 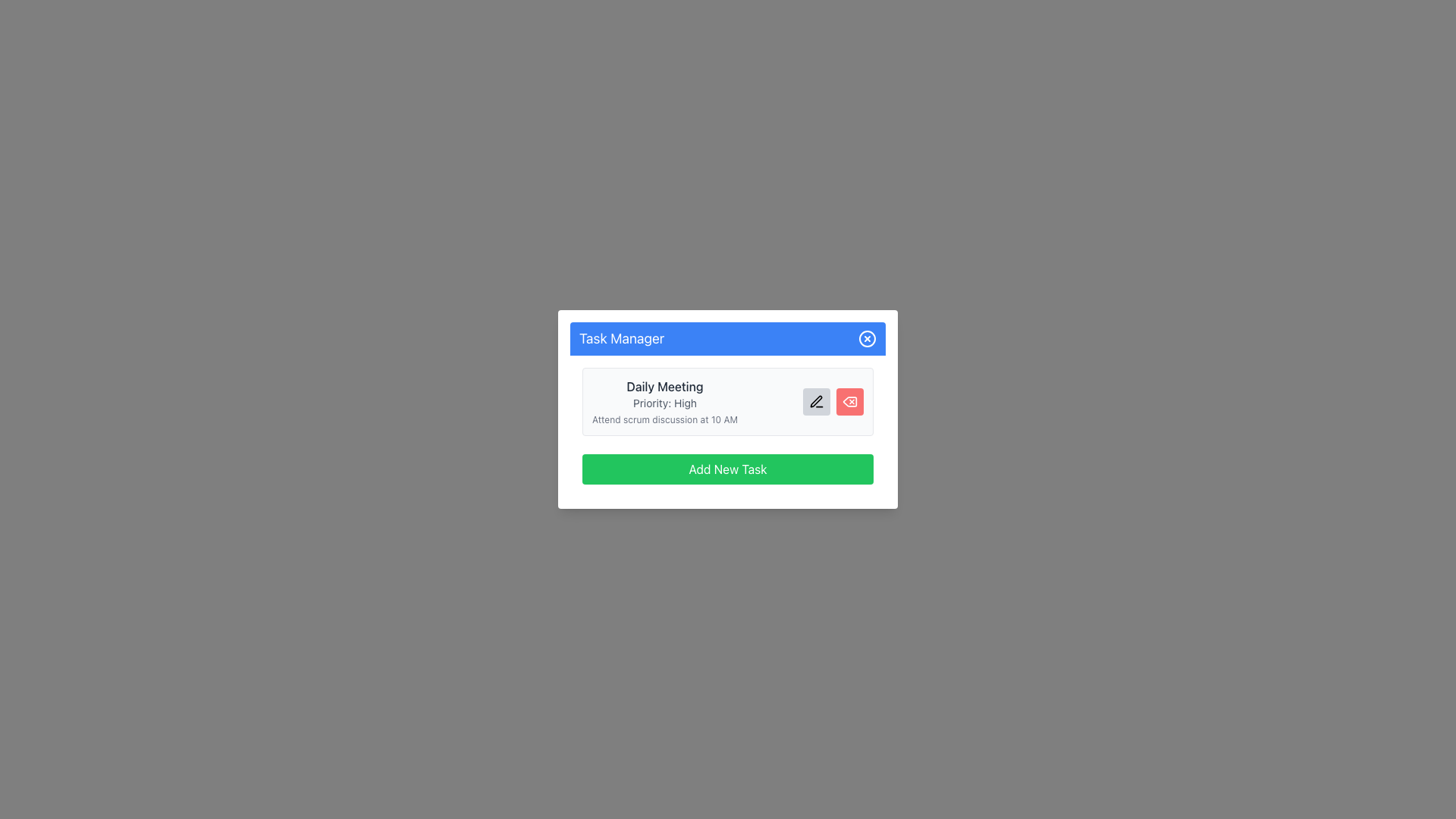 What do you see at coordinates (850, 400) in the screenshot?
I see `the delete button with a red background and a trash can icon, which is the second button in the group near the right side of the task details box for 'Daily Meeting', to observe any hover effects` at bounding box center [850, 400].